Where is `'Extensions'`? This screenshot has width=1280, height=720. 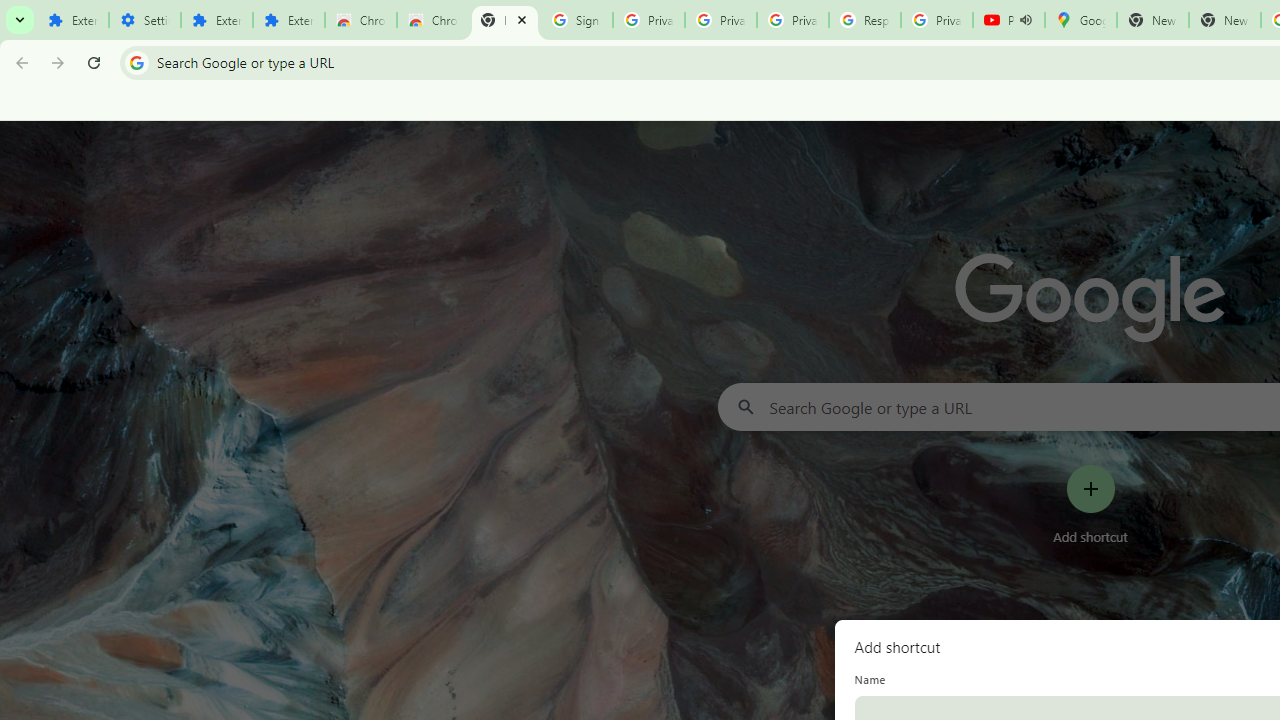
'Extensions' is located at coordinates (288, 20).